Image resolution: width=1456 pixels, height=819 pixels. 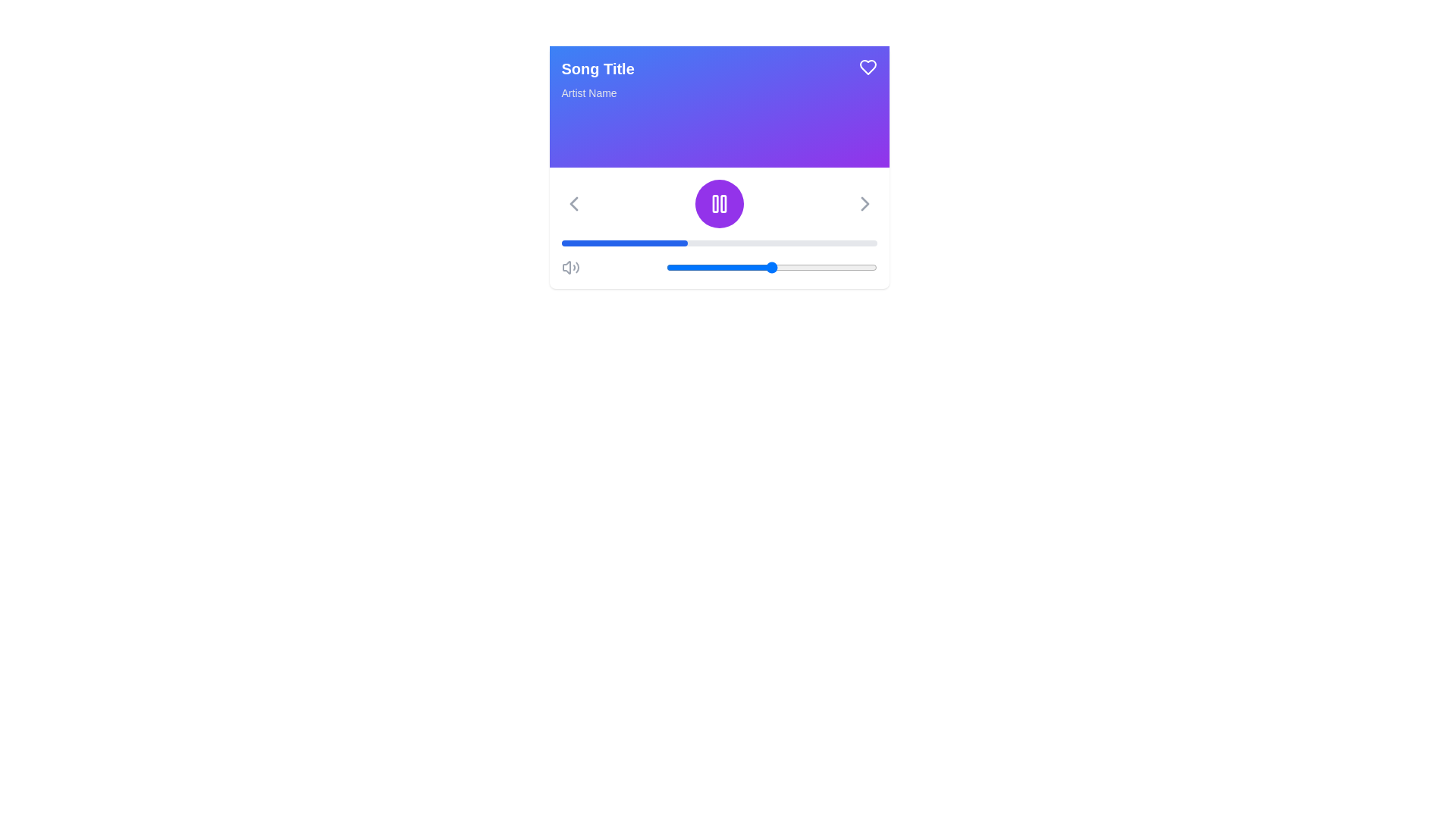 I want to click on the purple heart-shaped icon with a white outline located at the top-right corner of the interface, so click(x=868, y=66).